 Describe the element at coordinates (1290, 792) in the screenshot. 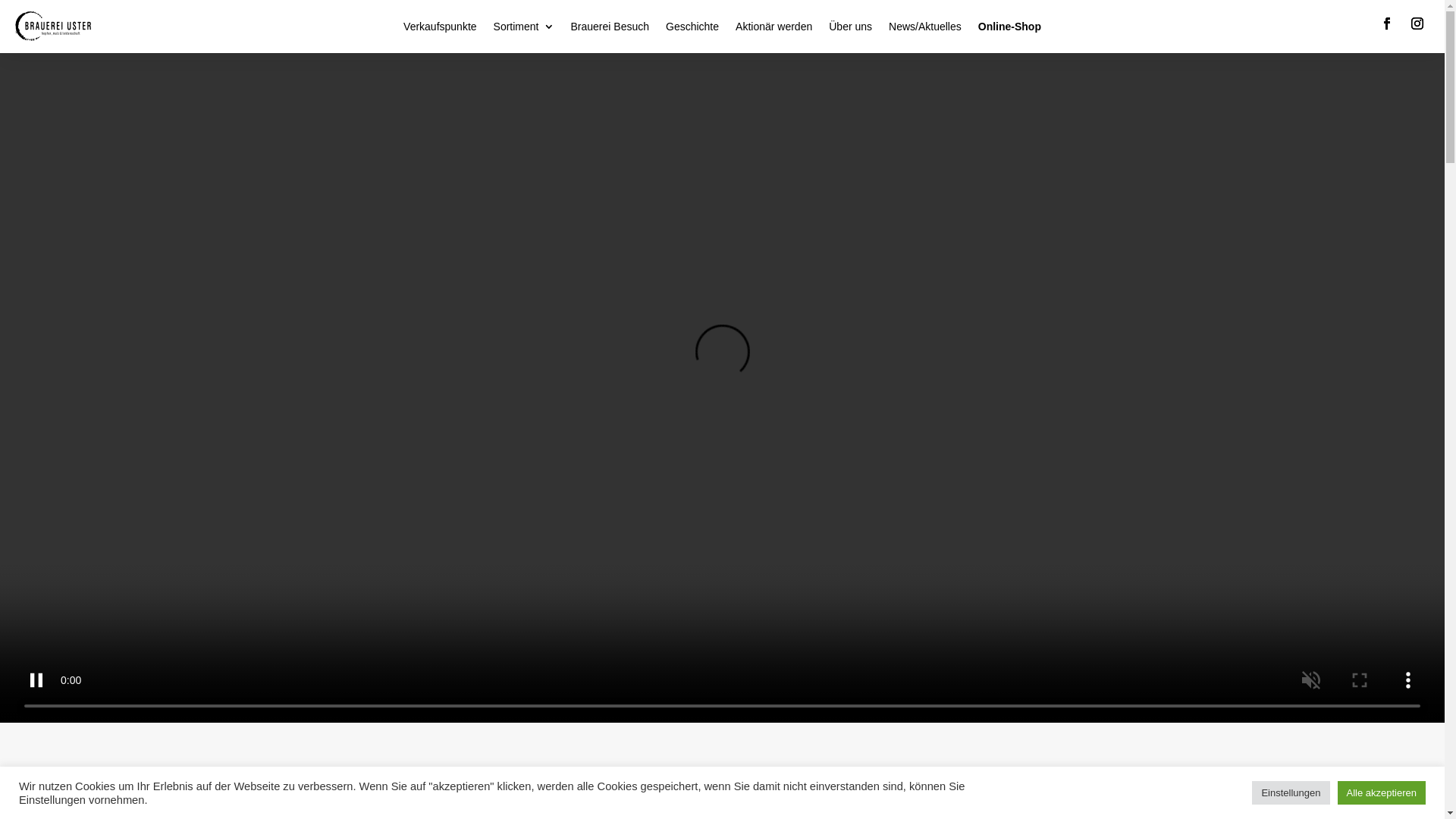

I see `'Einstellungen'` at that location.